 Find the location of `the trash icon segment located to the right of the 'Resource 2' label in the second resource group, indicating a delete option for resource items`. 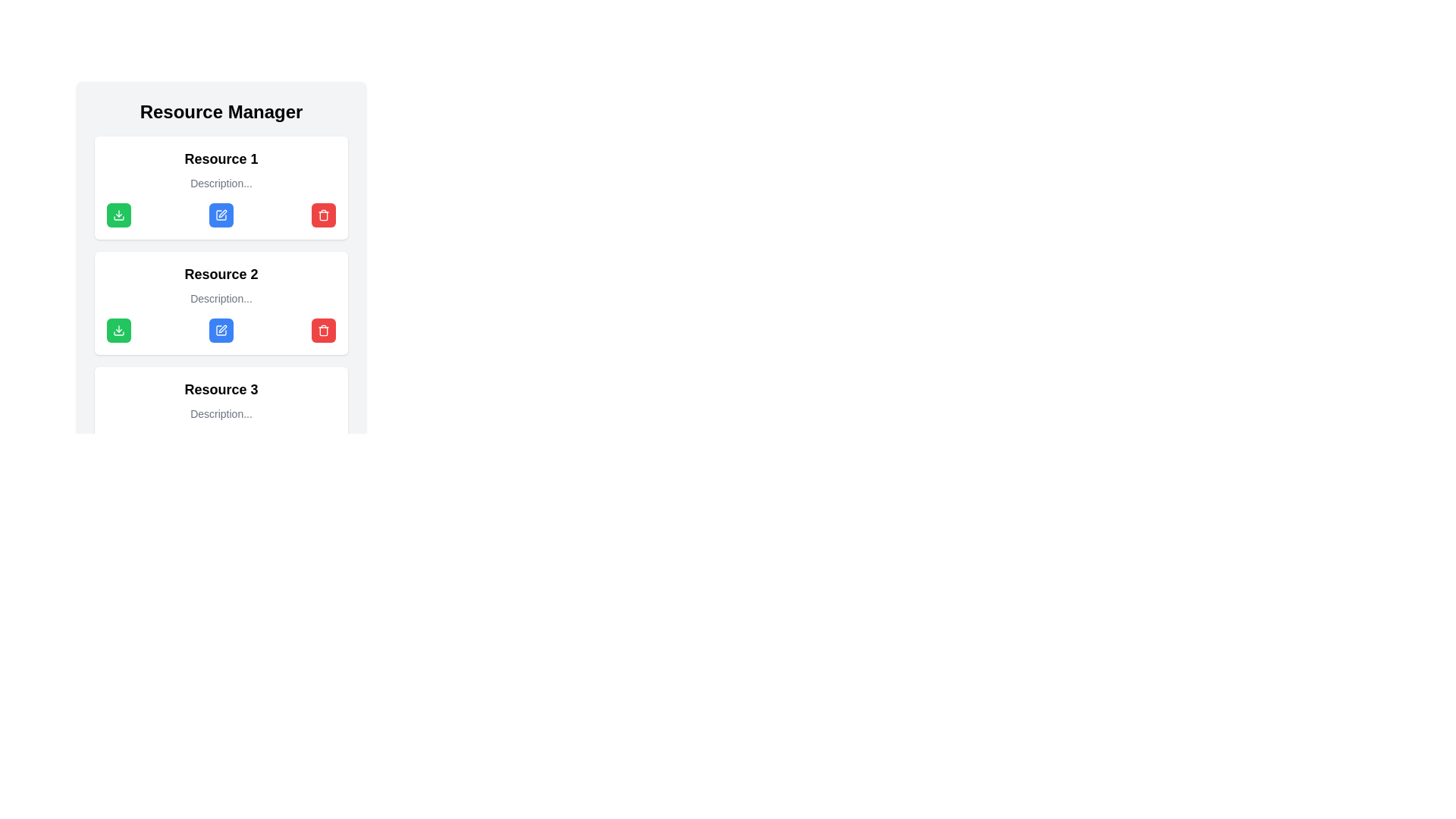

the trash icon segment located to the right of the 'Resource 2' label in the second resource group, indicating a delete option for resource items is located at coordinates (323, 330).